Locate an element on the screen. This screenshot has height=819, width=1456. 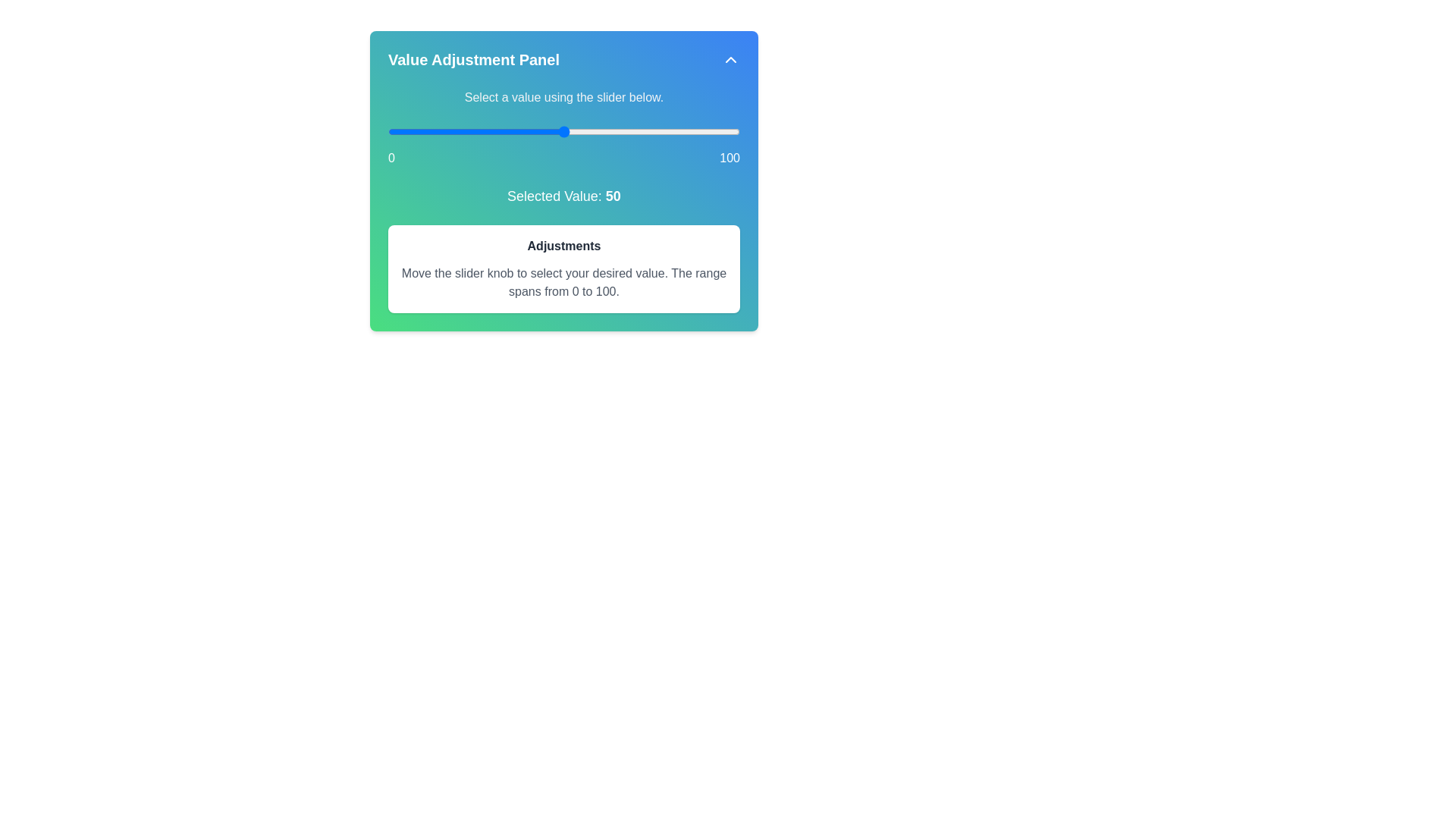
the Text display that shows the currently selected value from the slider control, specifically the text 'Selected Value: 50' is located at coordinates (613, 195).